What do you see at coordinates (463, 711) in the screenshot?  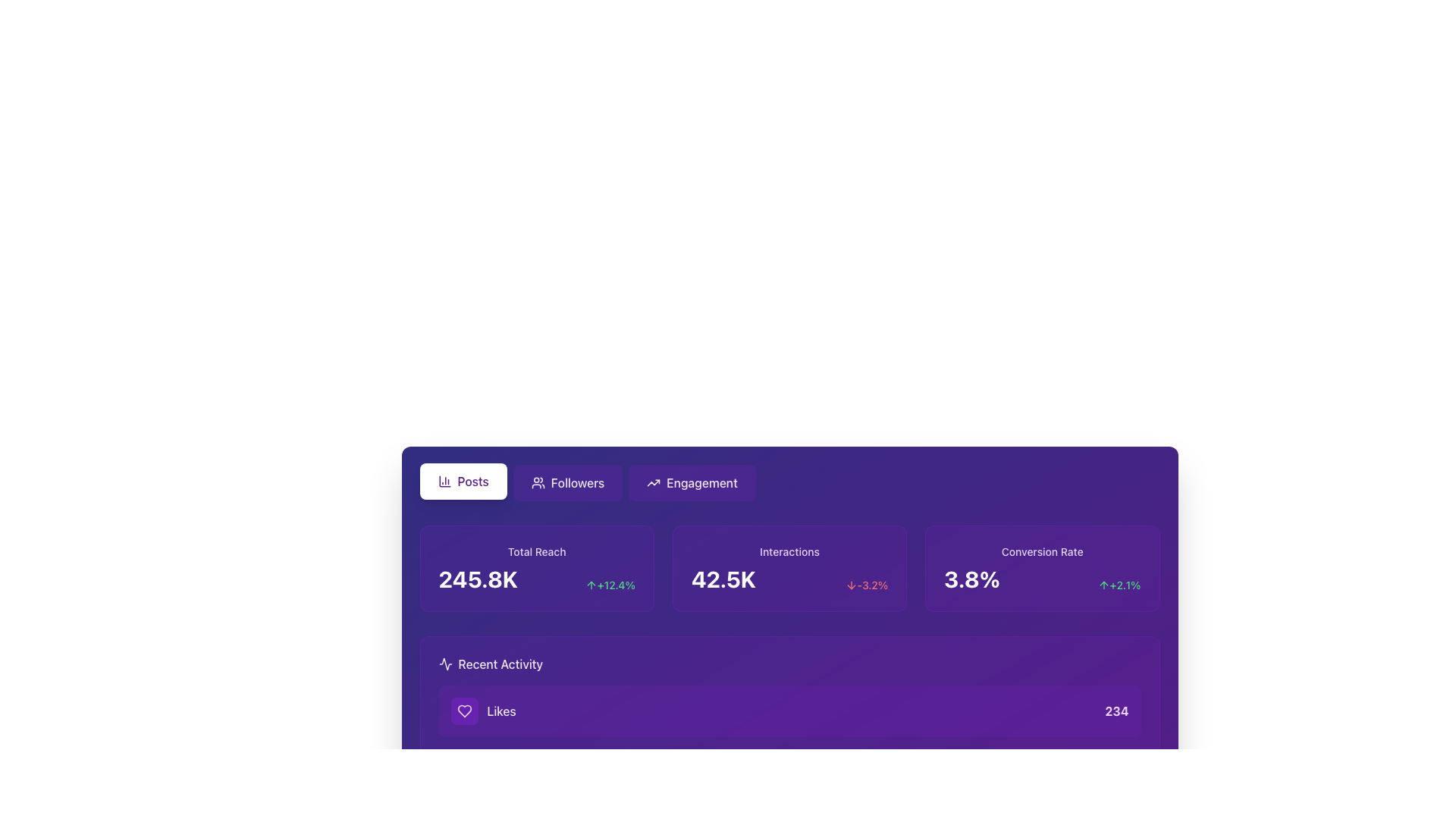 I see `the decorative or functional icon in the 'Recent Activity' section adjacent to the 'Likes' label on the purple dashboard interface` at bounding box center [463, 711].